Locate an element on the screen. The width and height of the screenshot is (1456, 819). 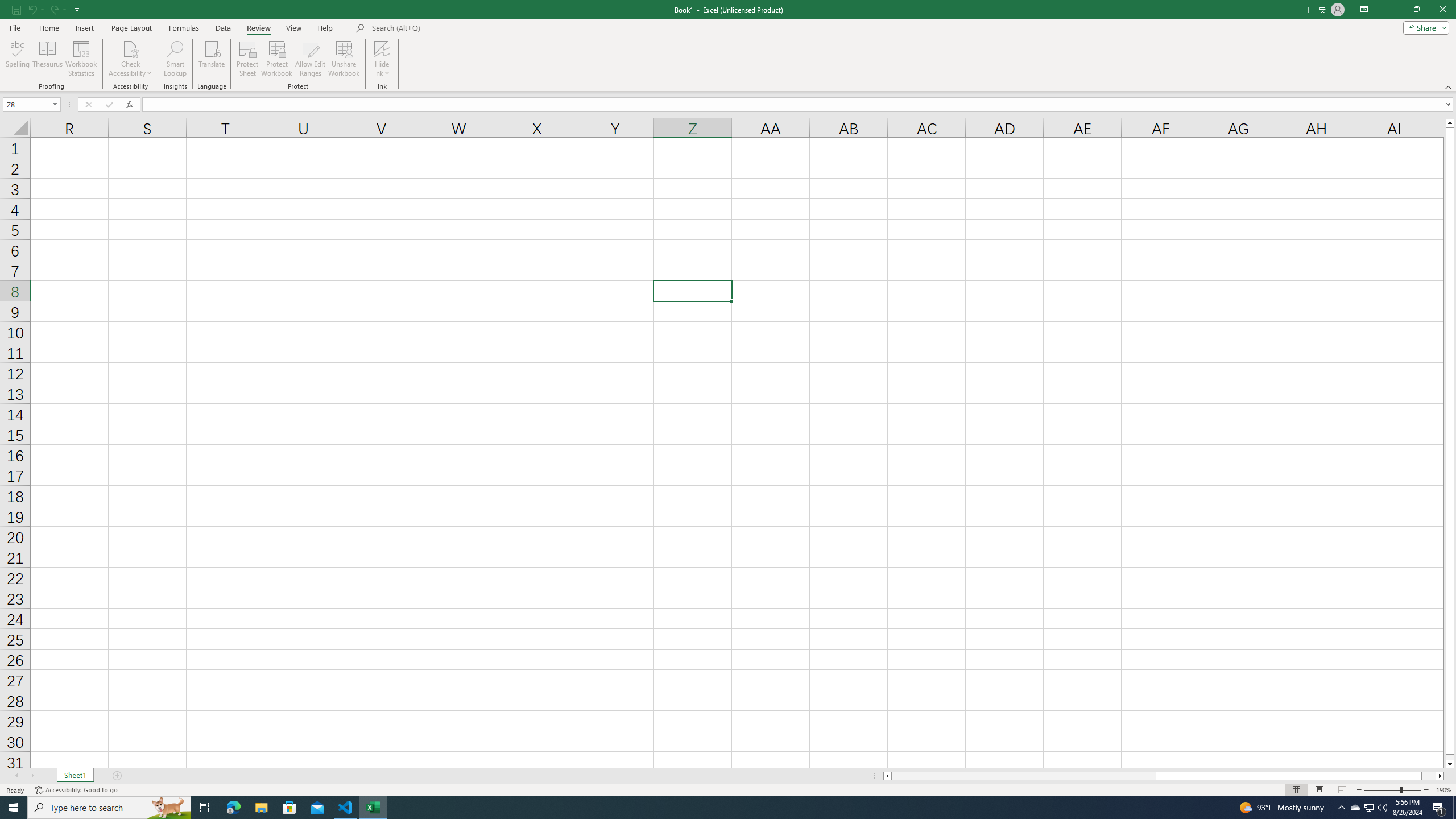
'Translate' is located at coordinates (211, 59).